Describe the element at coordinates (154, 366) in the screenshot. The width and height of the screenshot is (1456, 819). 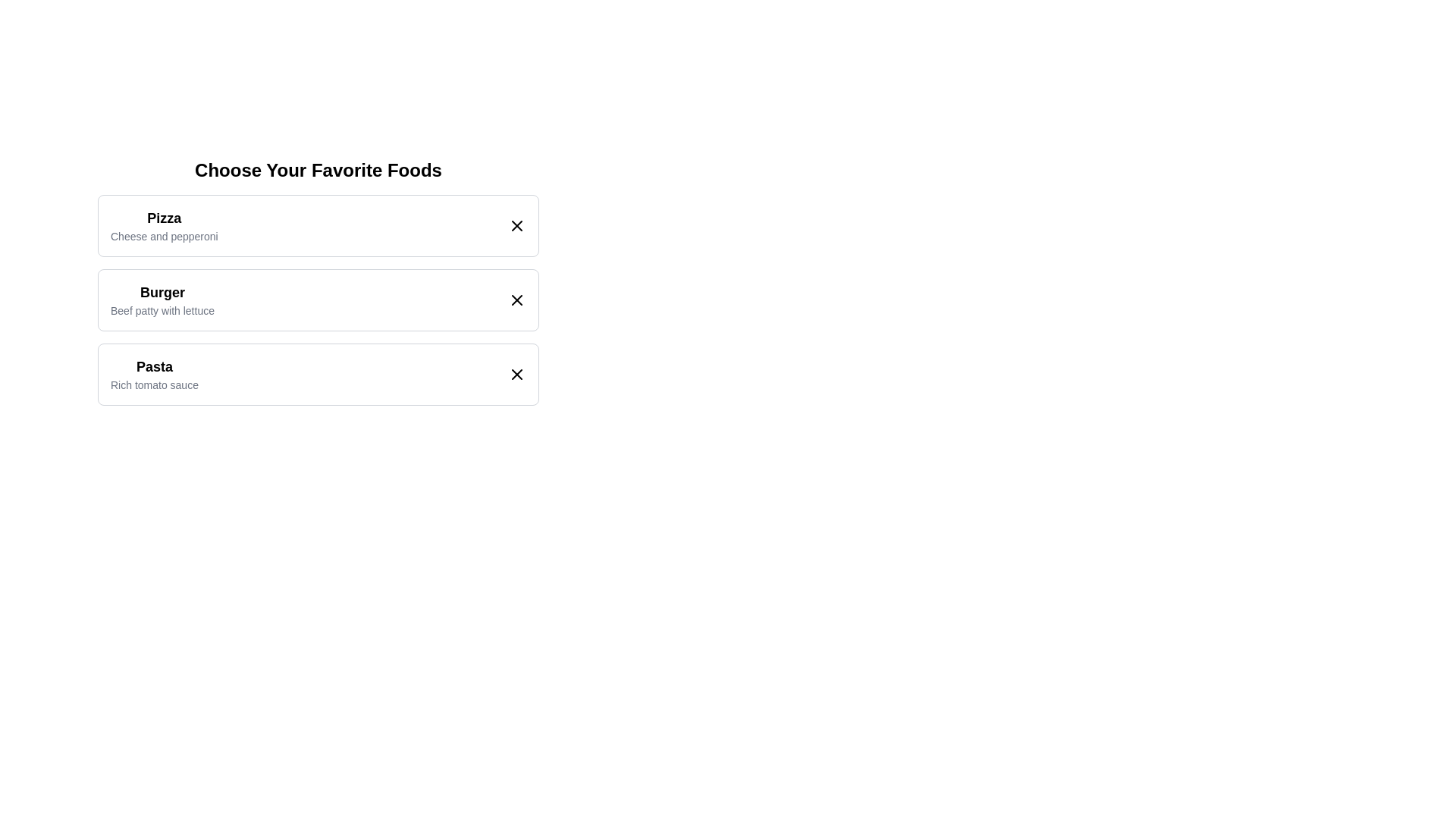
I see `text from the 'Pasta' label, which is the third item in the vertically structured list of food items` at that location.